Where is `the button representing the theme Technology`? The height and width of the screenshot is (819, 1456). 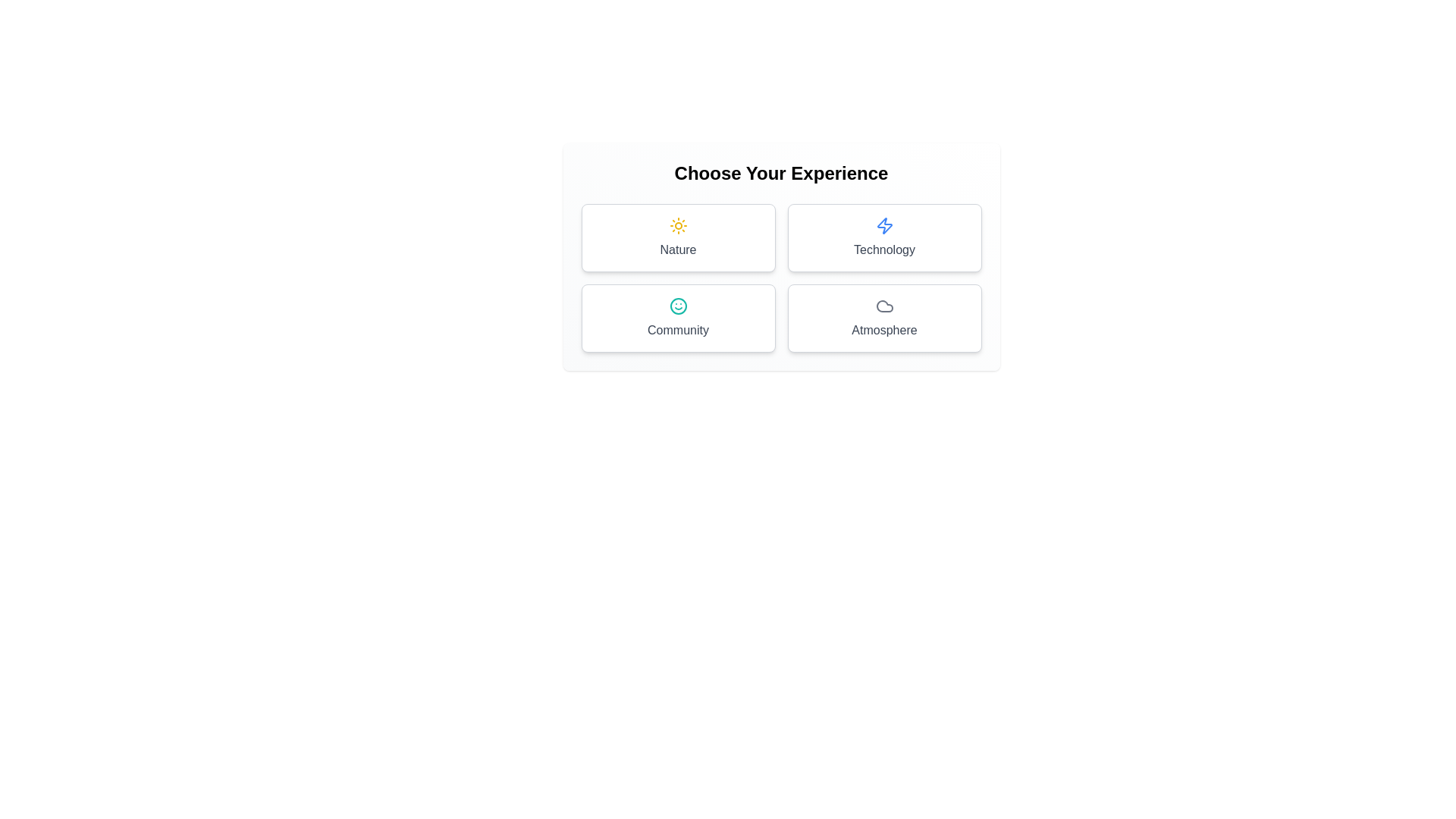
the button representing the theme Technology is located at coordinates (884, 237).